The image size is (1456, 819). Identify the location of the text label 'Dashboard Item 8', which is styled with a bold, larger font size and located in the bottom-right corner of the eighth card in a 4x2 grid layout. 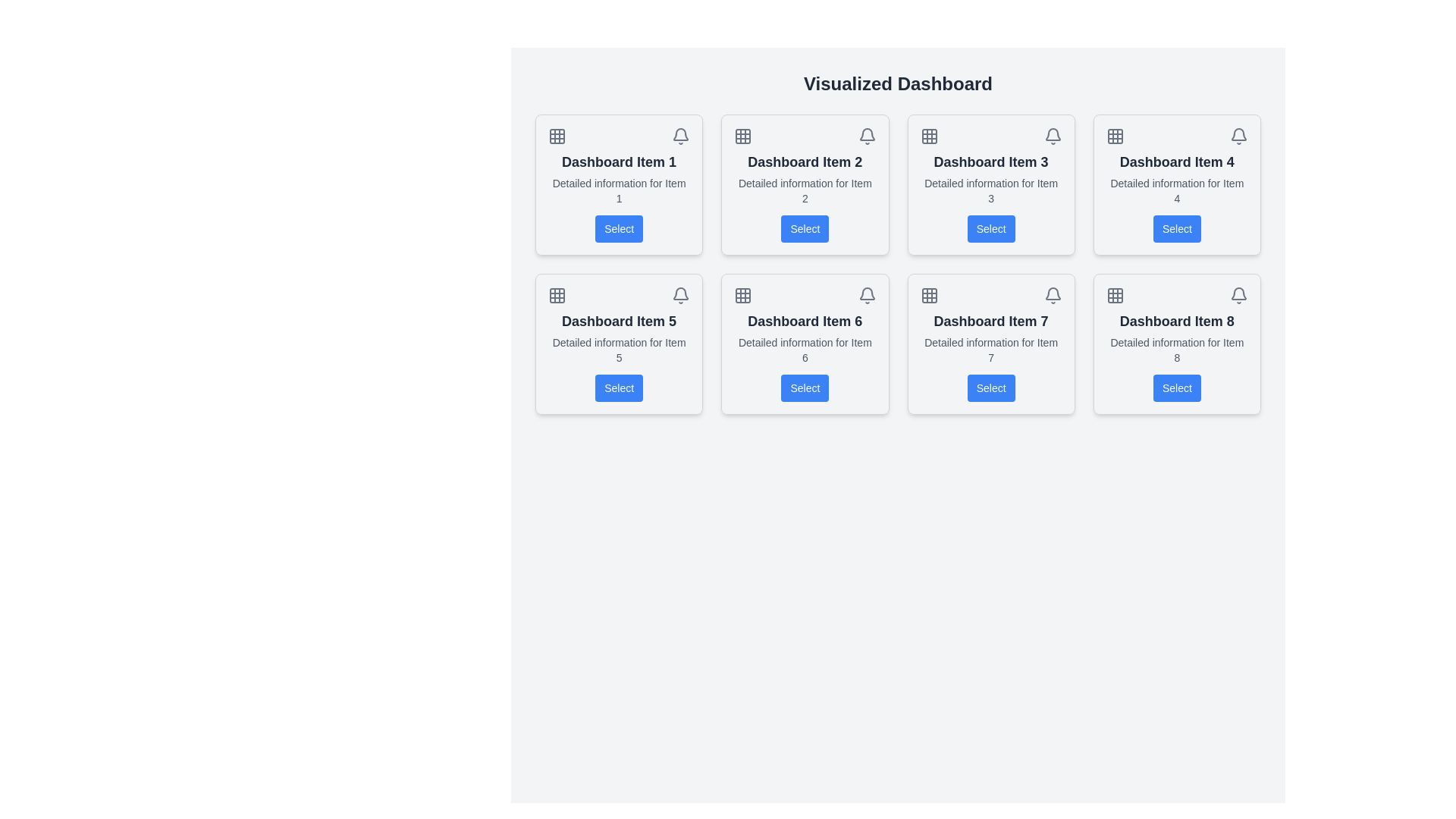
(1176, 321).